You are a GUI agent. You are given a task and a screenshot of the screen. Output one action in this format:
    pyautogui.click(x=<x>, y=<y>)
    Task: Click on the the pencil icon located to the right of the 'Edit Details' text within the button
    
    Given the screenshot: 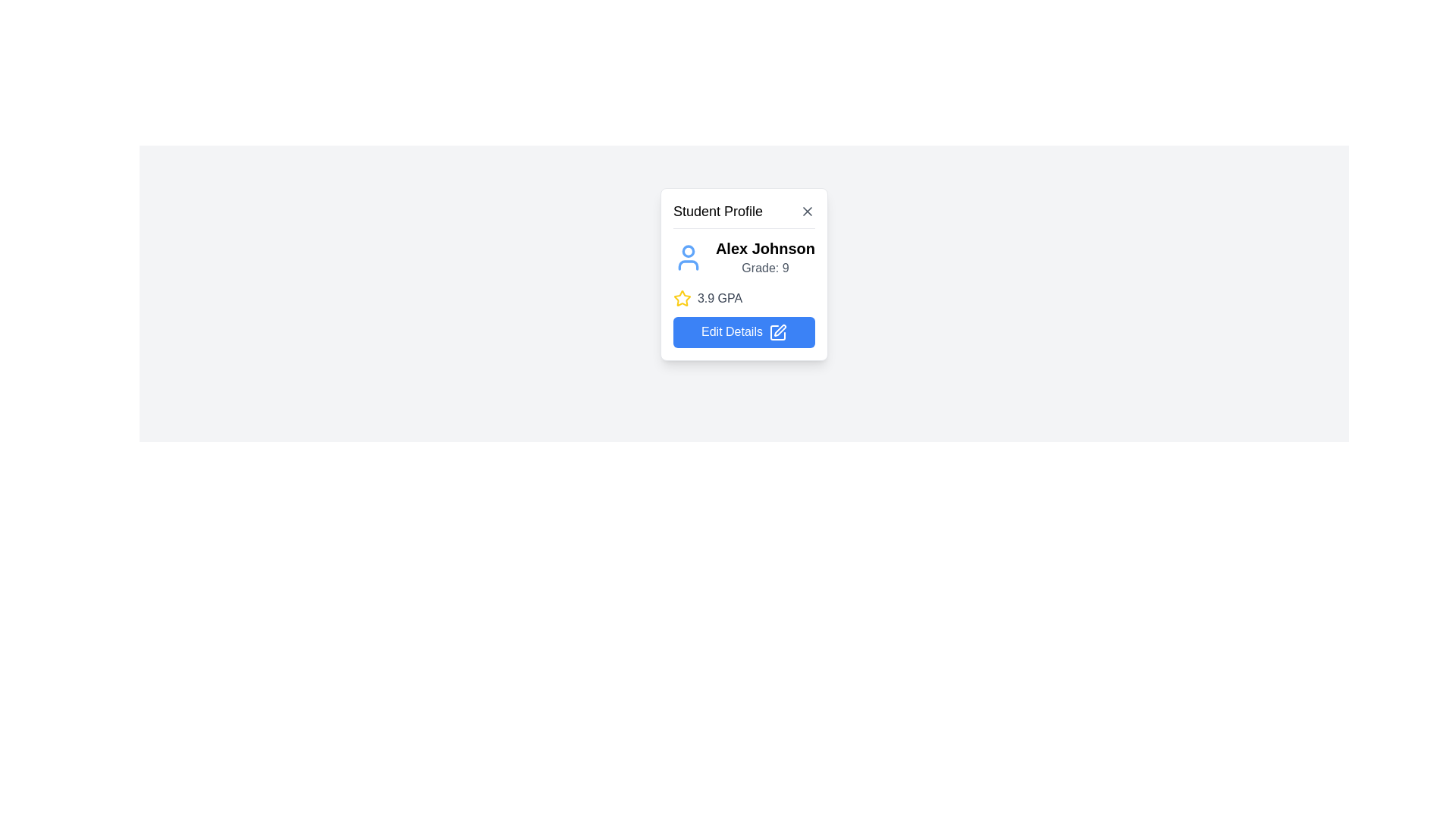 What is the action you would take?
    pyautogui.click(x=777, y=331)
    